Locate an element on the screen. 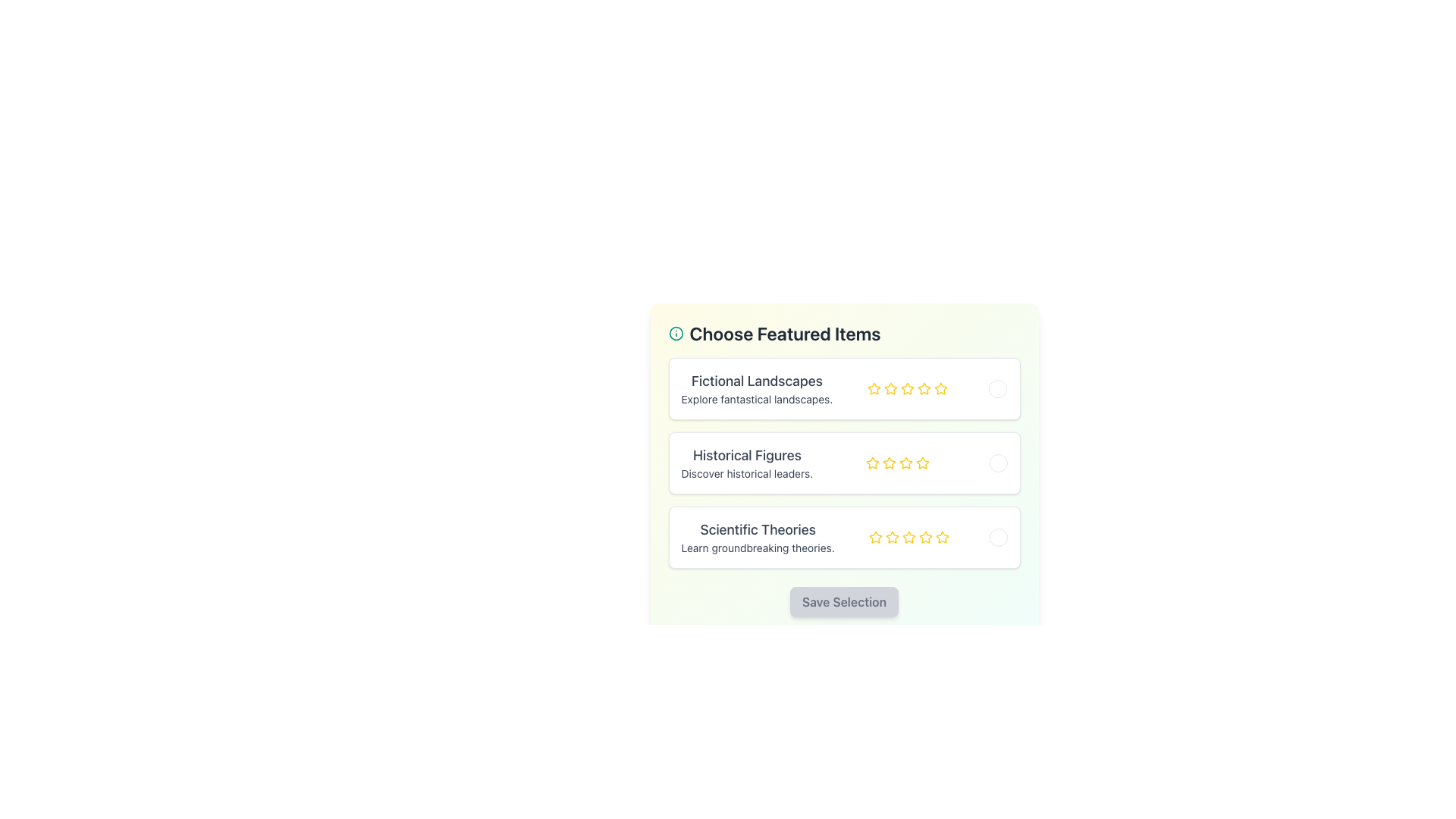  title text indicating the section related to historical figures, located in a card layout above the subtitle 'Discover historical leaders.' is located at coordinates (747, 455).